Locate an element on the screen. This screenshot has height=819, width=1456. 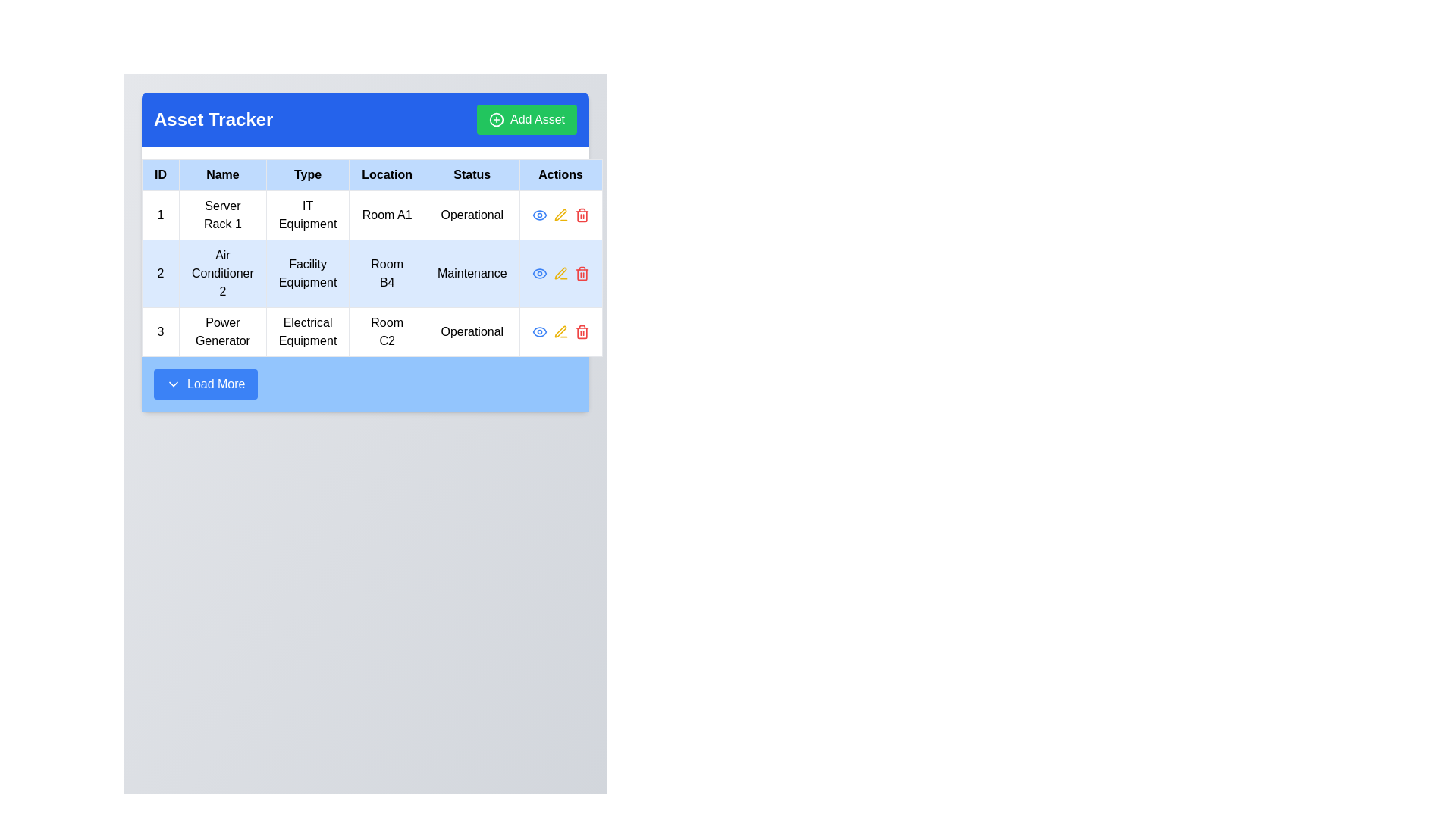
the yellow pencil icon in the 'Actions' column of the first row for the item labeled 'Server Rack 1' is located at coordinates (560, 215).